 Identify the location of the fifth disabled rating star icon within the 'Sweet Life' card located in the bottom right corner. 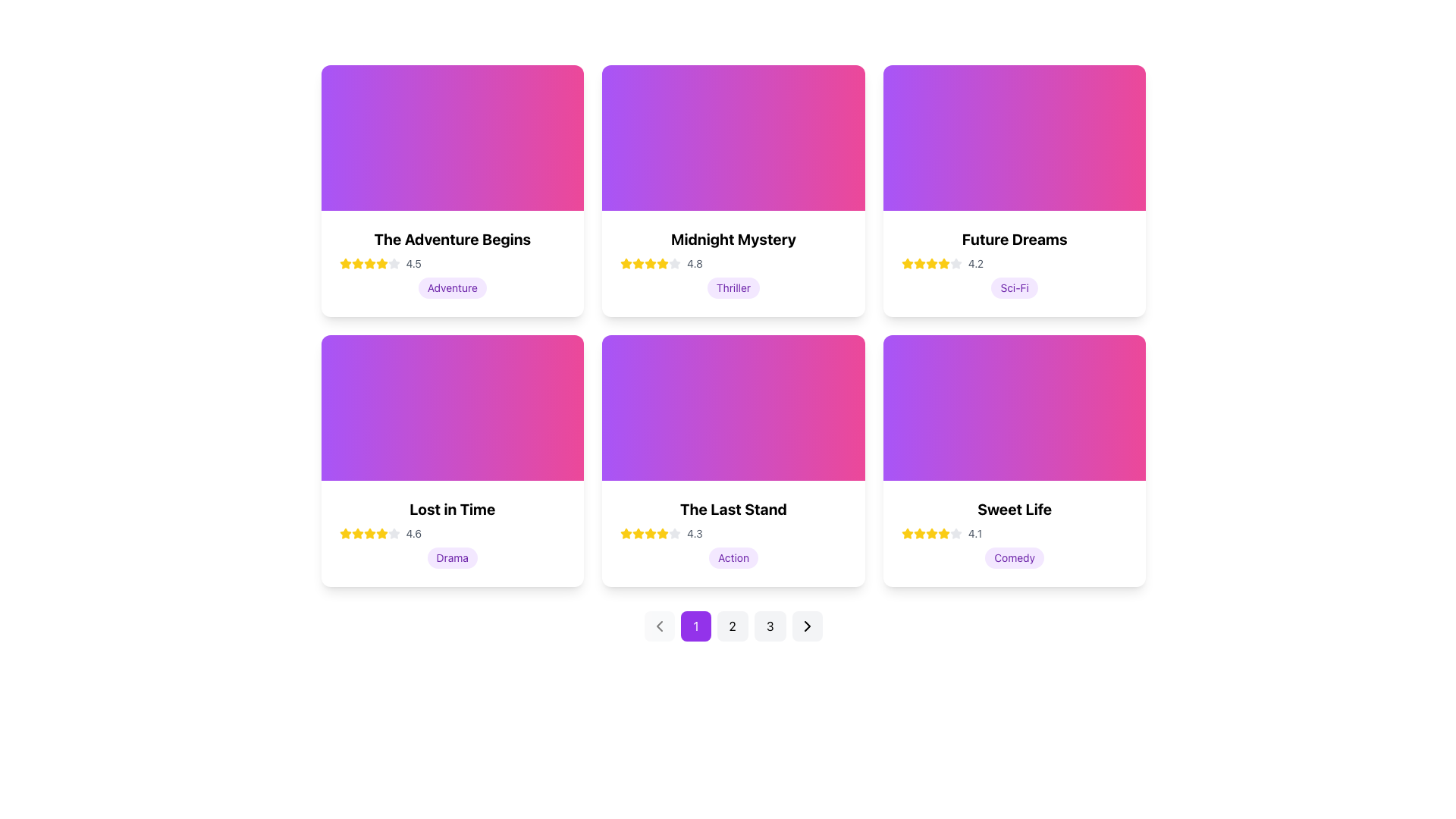
(955, 533).